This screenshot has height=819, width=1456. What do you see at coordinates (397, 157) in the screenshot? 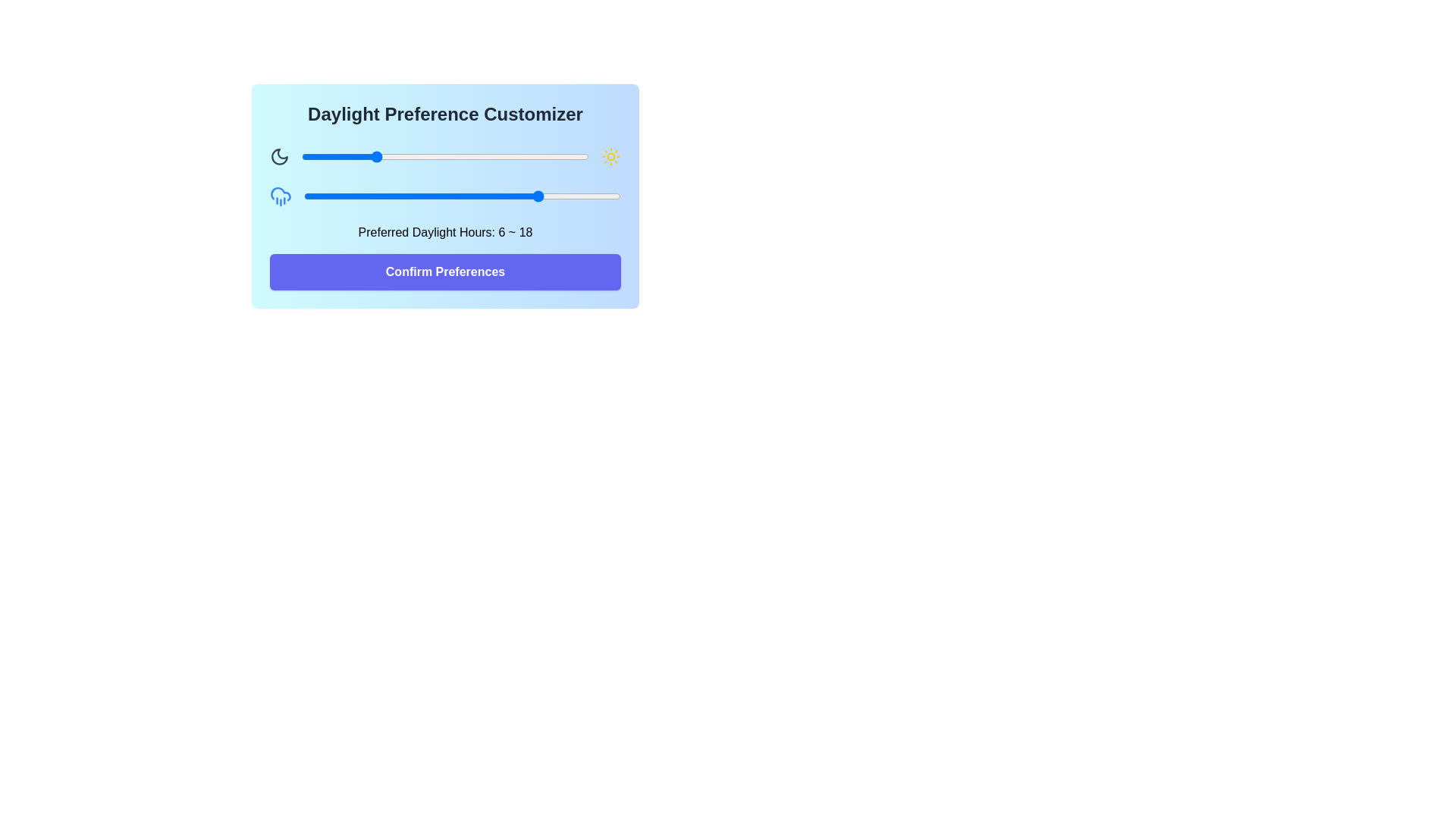
I see `the daylight hours` at bounding box center [397, 157].